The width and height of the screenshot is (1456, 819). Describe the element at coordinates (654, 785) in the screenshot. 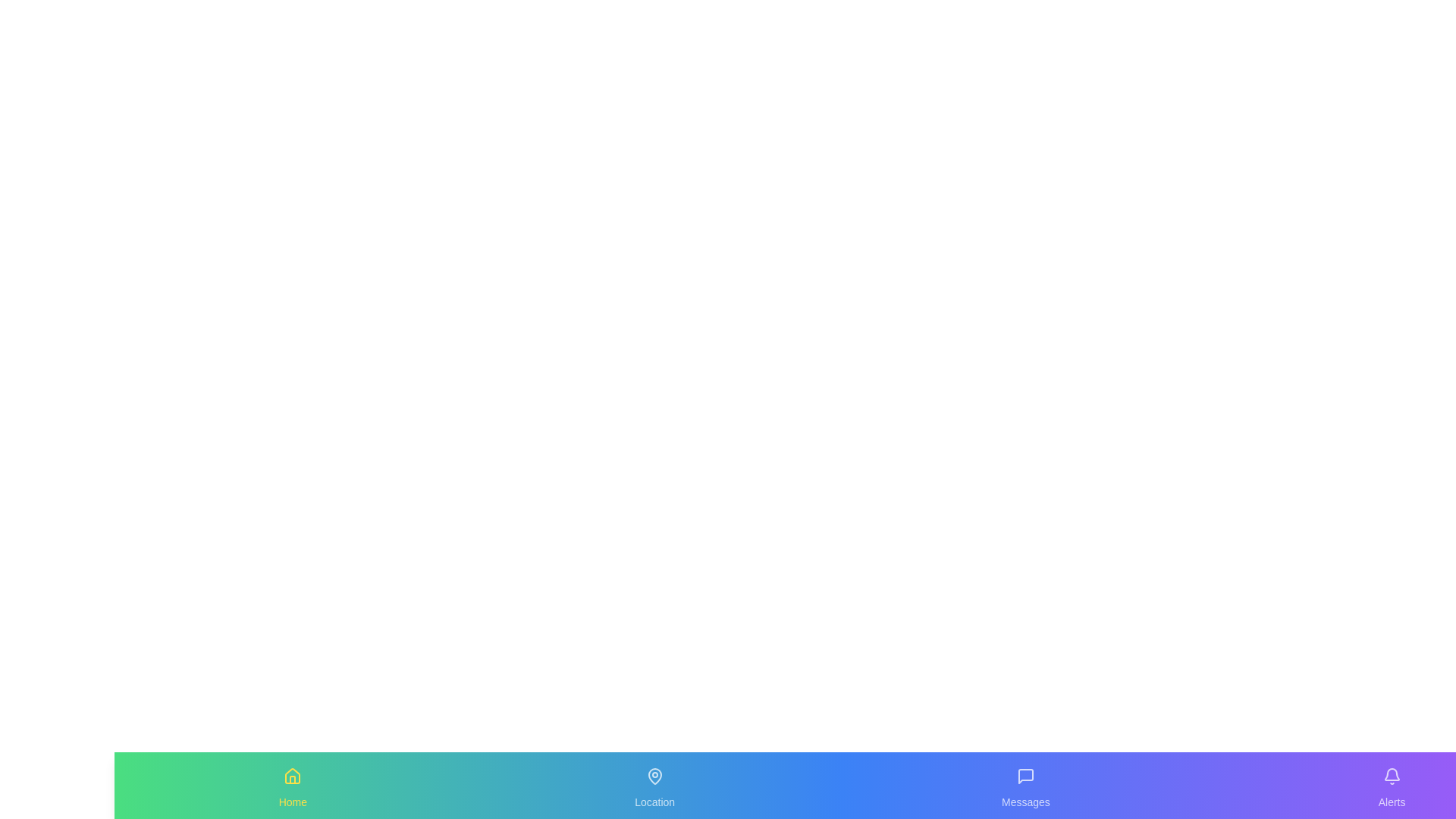

I see `the Location tab by clicking on its icon or label` at that location.